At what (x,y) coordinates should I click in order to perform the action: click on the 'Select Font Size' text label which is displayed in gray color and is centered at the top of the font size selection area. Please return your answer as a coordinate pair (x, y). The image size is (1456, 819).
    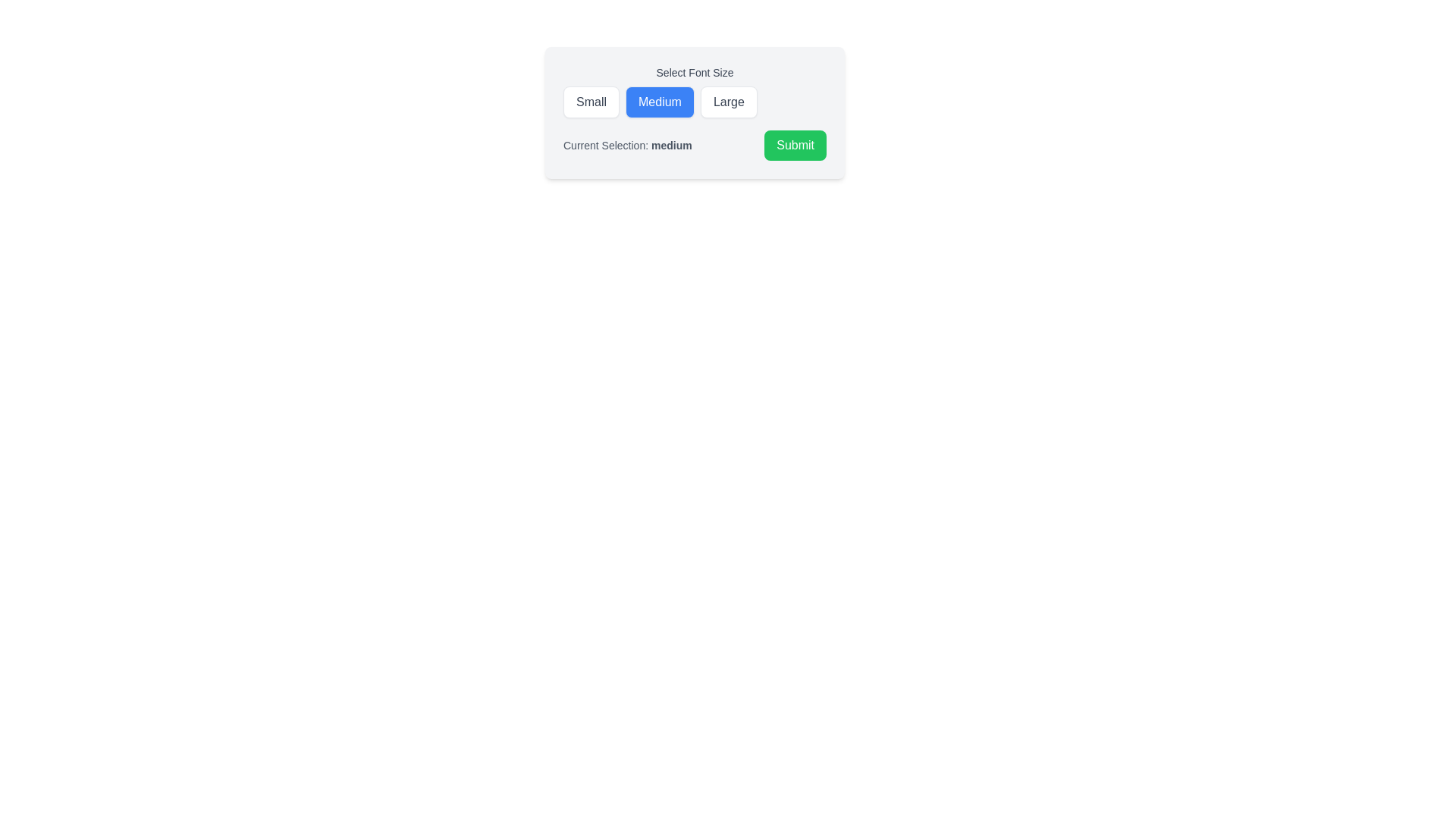
    Looking at the image, I should click on (694, 73).